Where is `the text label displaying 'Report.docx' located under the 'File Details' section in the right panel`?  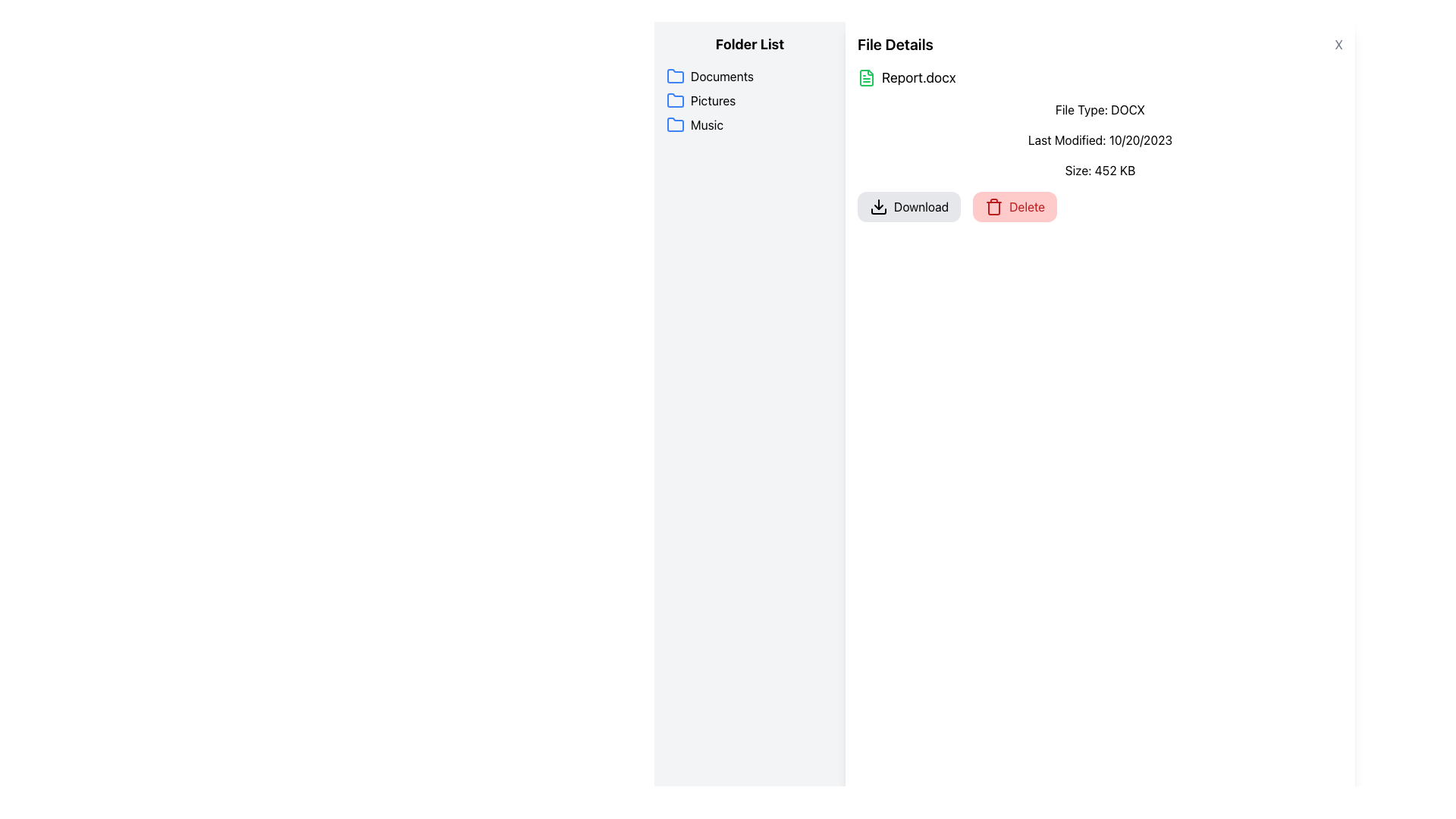 the text label displaying 'Report.docx' located under the 'File Details' section in the right panel is located at coordinates (918, 78).